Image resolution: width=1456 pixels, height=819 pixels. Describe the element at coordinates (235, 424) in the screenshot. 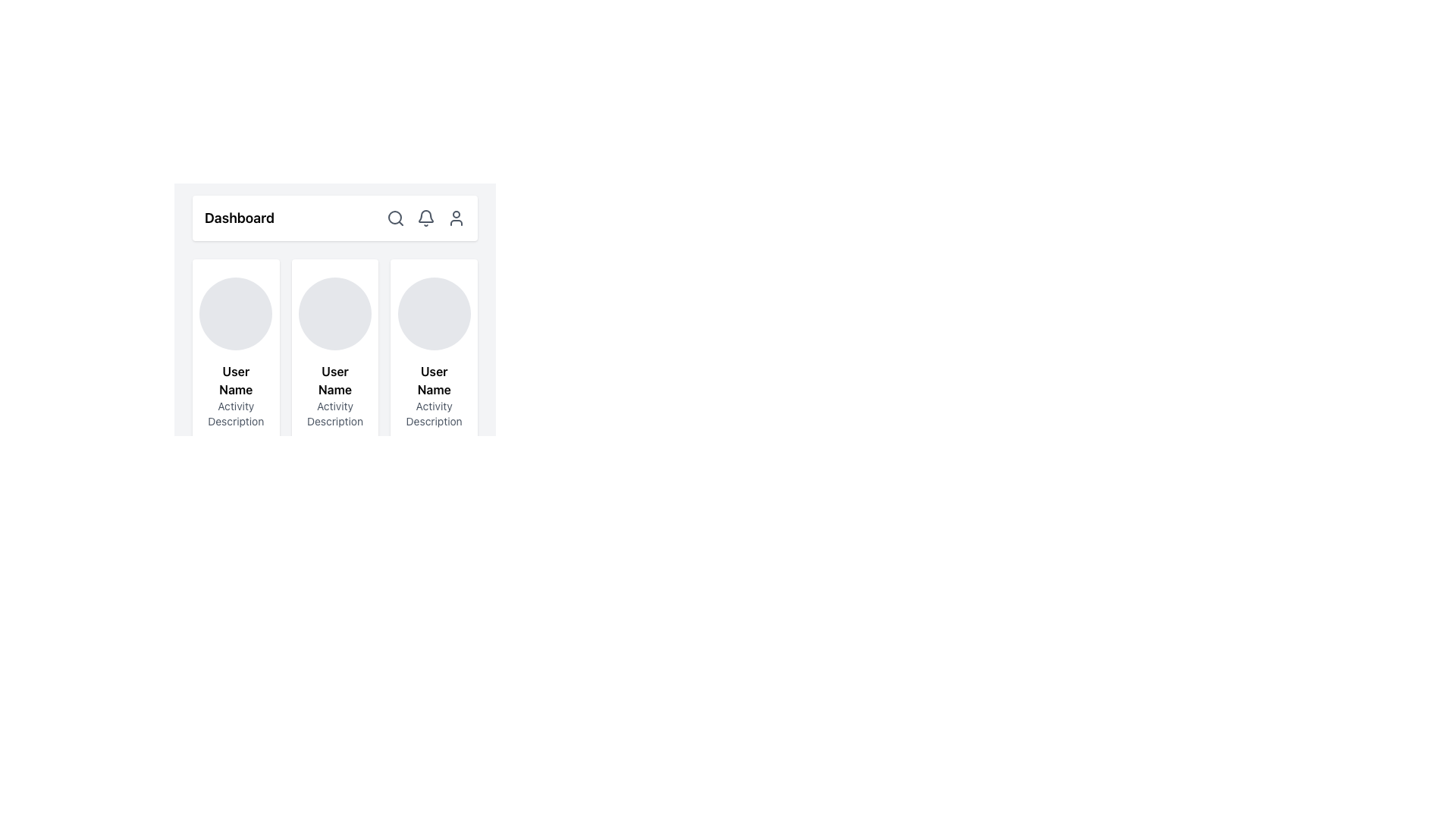

I see `textual information displayed in the Text Display Area, which includes a bold 'User Name' title and a smaller 'Activity Description'` at that location.